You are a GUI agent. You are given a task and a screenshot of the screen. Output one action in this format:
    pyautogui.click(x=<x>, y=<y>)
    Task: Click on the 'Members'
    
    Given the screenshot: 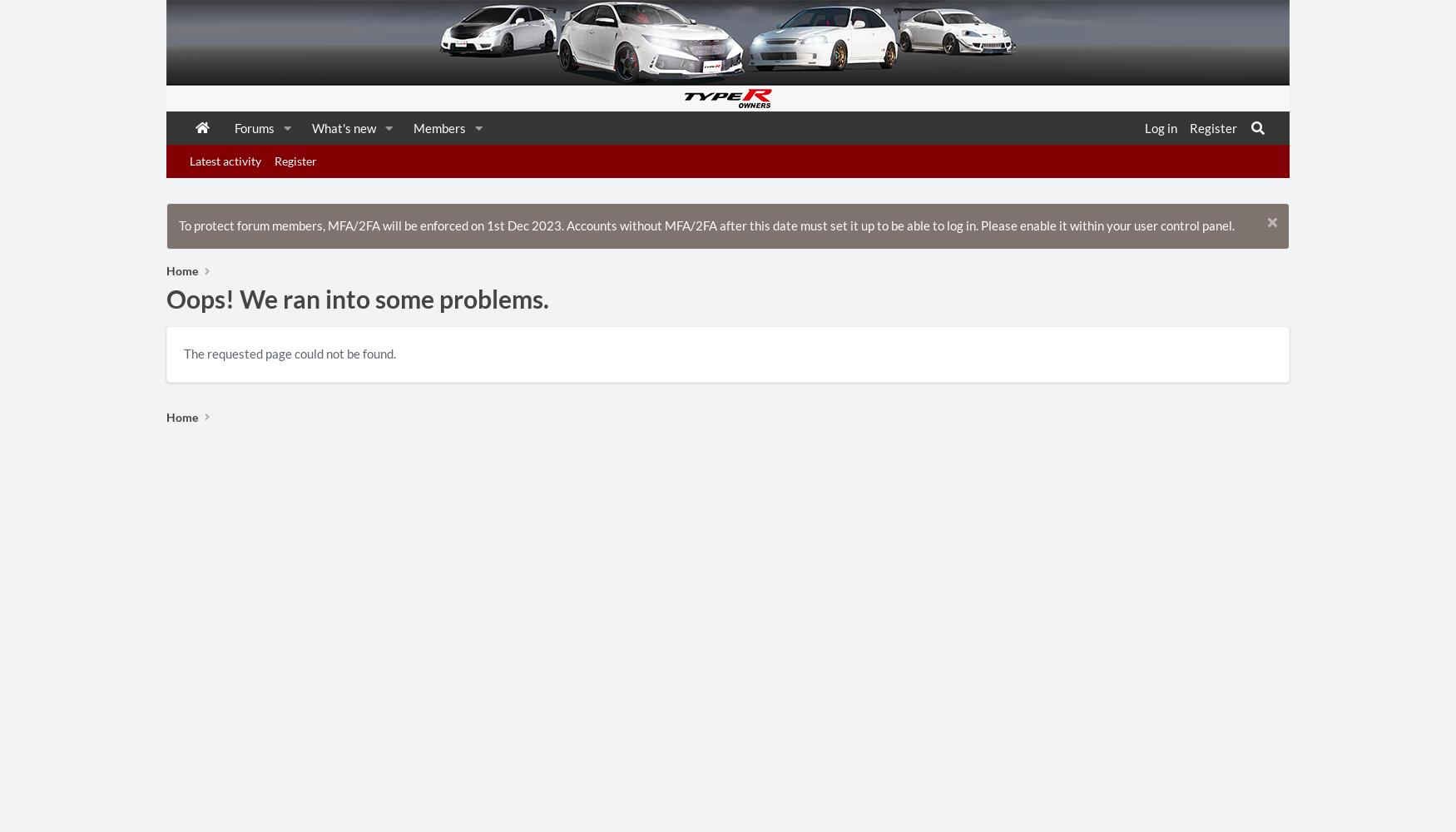 What is the action you would take?
    pyautogui.click(x=438, y=128)
    